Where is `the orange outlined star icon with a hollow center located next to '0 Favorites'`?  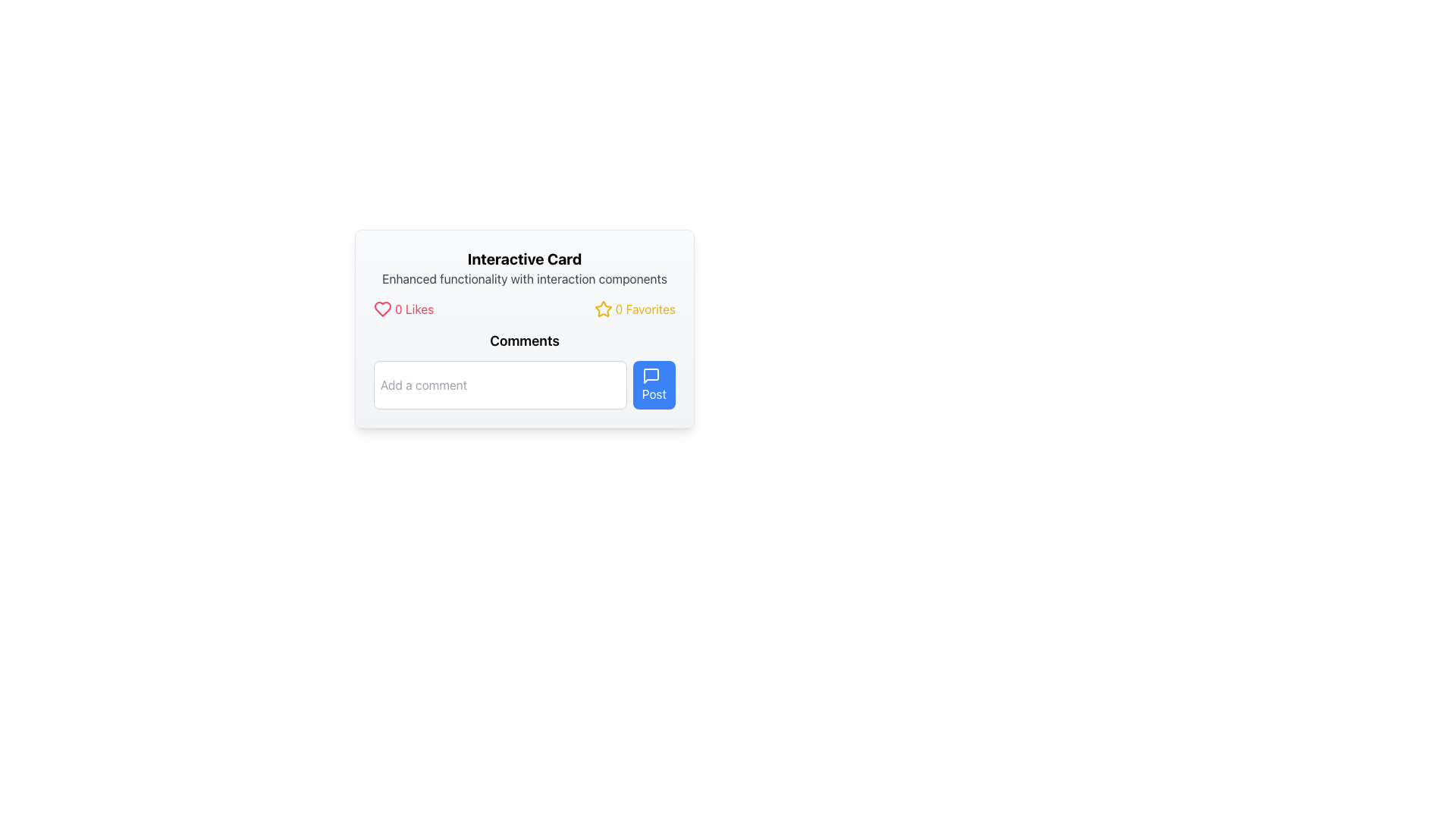 the orange outlined star icon with a hollow center located next to '0 Favorites' is located at coordinates (602, 308).